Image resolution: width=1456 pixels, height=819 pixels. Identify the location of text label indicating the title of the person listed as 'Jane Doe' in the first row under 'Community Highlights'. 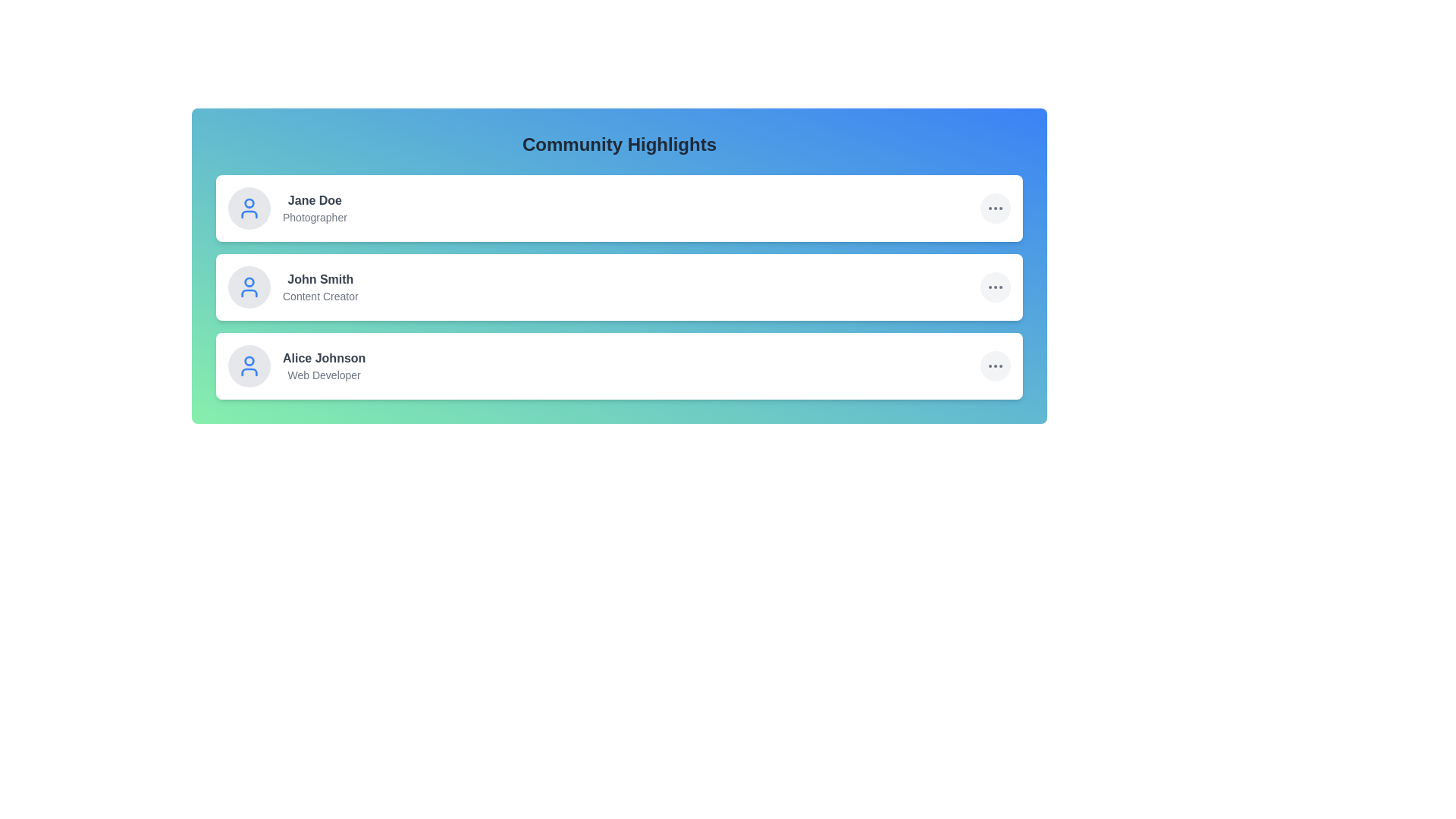
(314, 217).